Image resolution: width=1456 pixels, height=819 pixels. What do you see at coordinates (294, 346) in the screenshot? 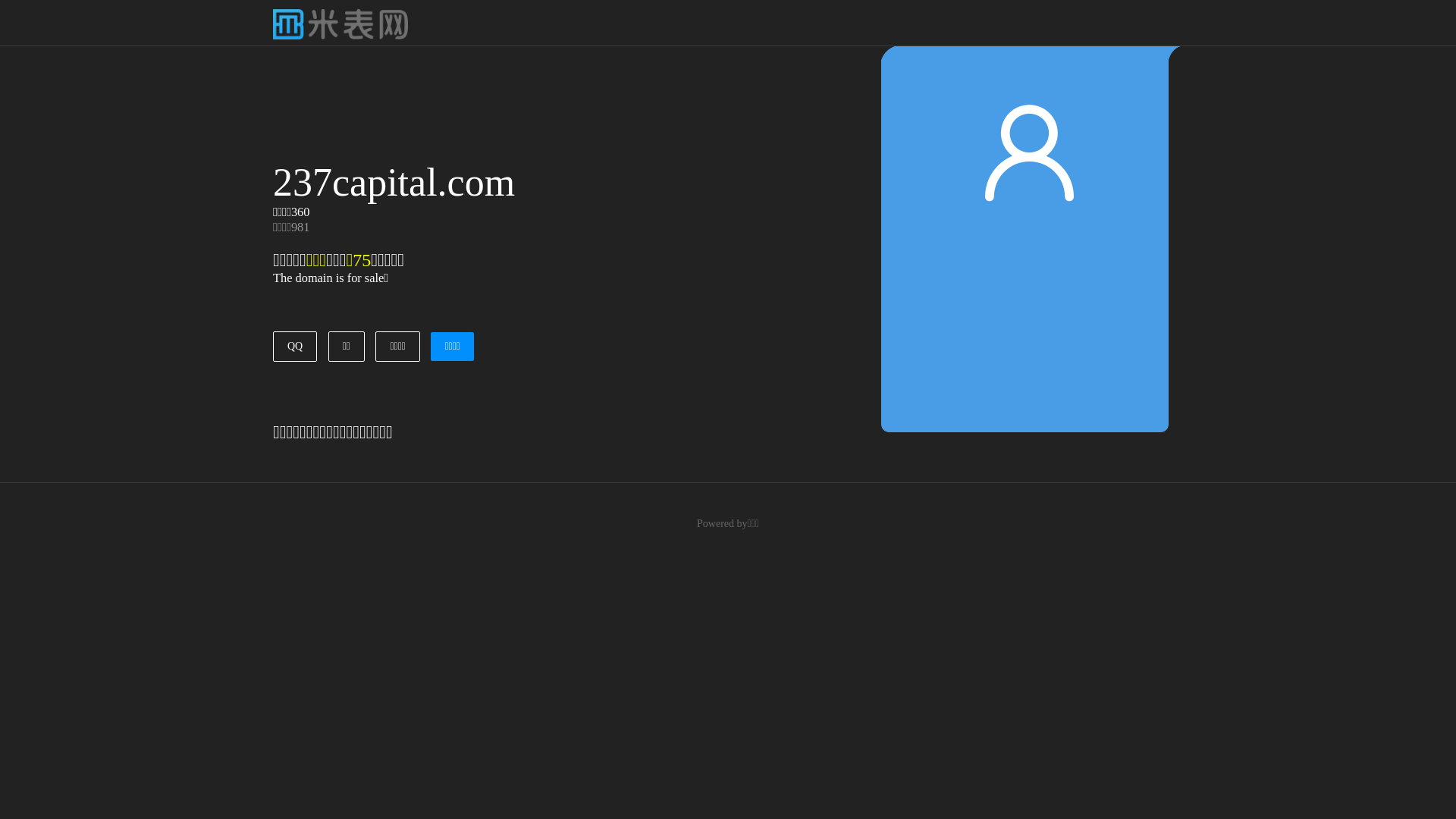
I see `'QQ'` at bounding box center [294, 346].